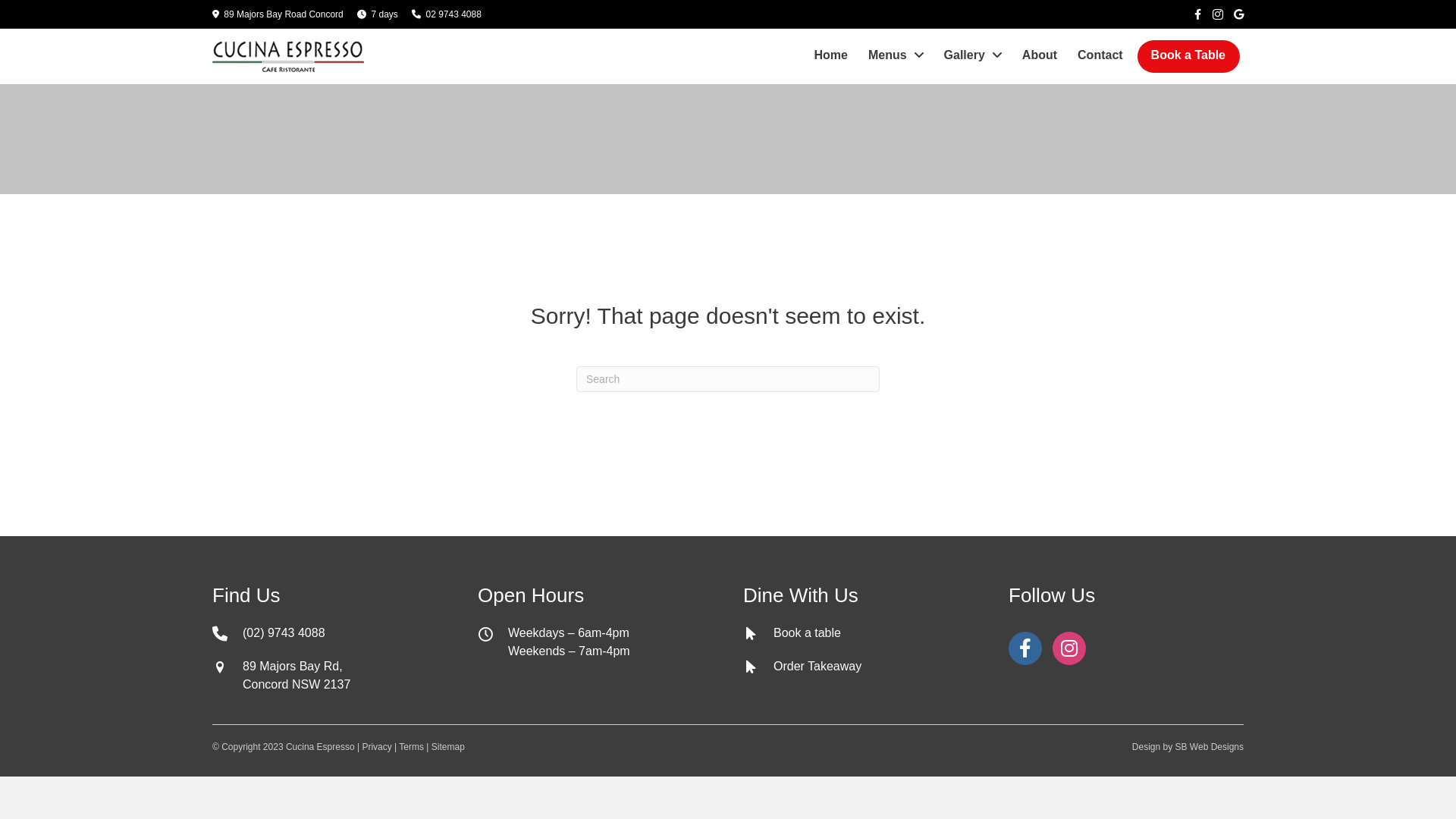 This screenshot has height=819, width=1456. I want to click on 'Terms', so click(411, 745).